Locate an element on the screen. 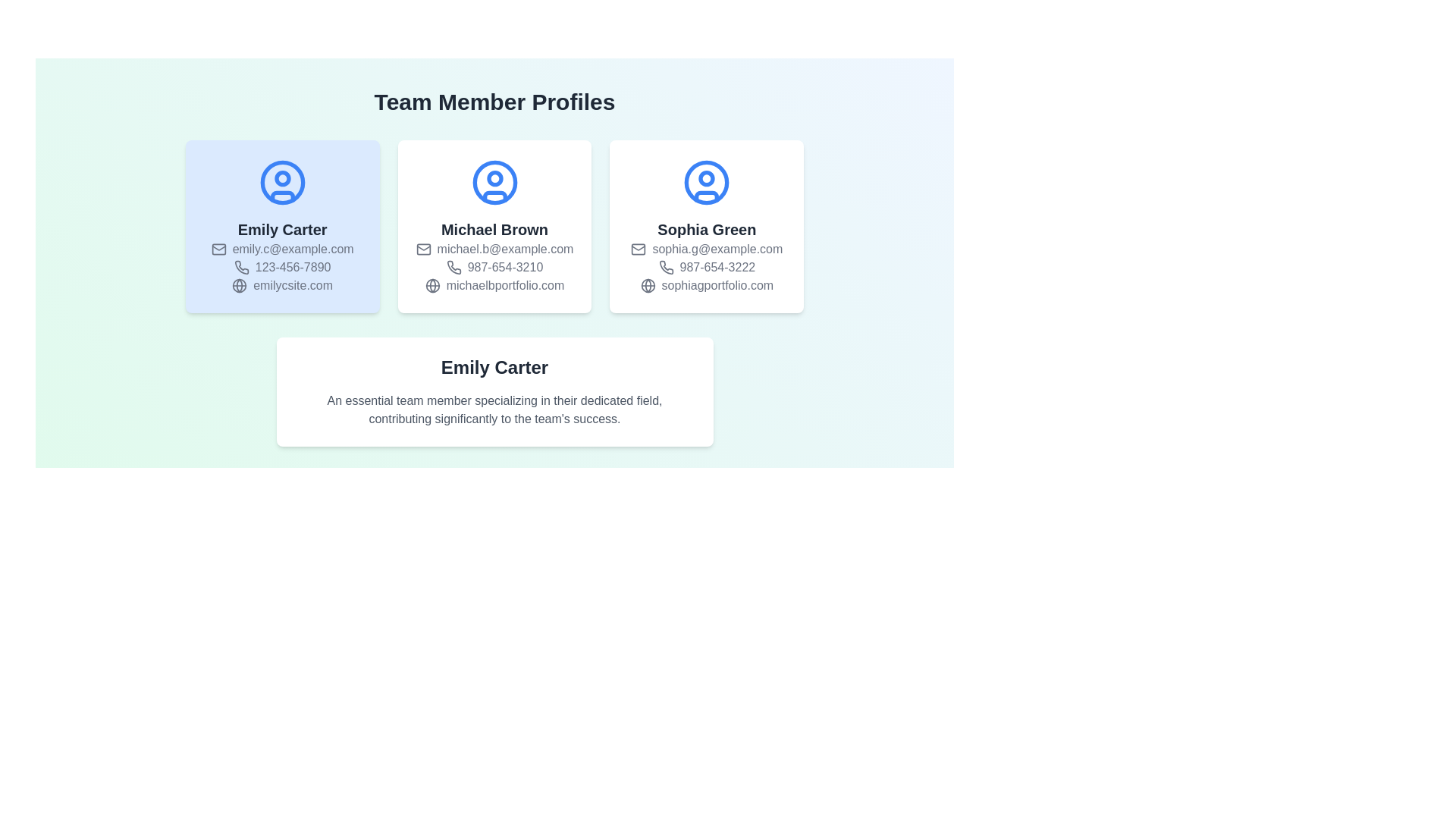 This screenshot has width=1456, height=819. the phone number icon located within the card labeled 'Michael Brown', positioned to the left of the phone number '987-654-3210' is located at coordinates (453, 267).